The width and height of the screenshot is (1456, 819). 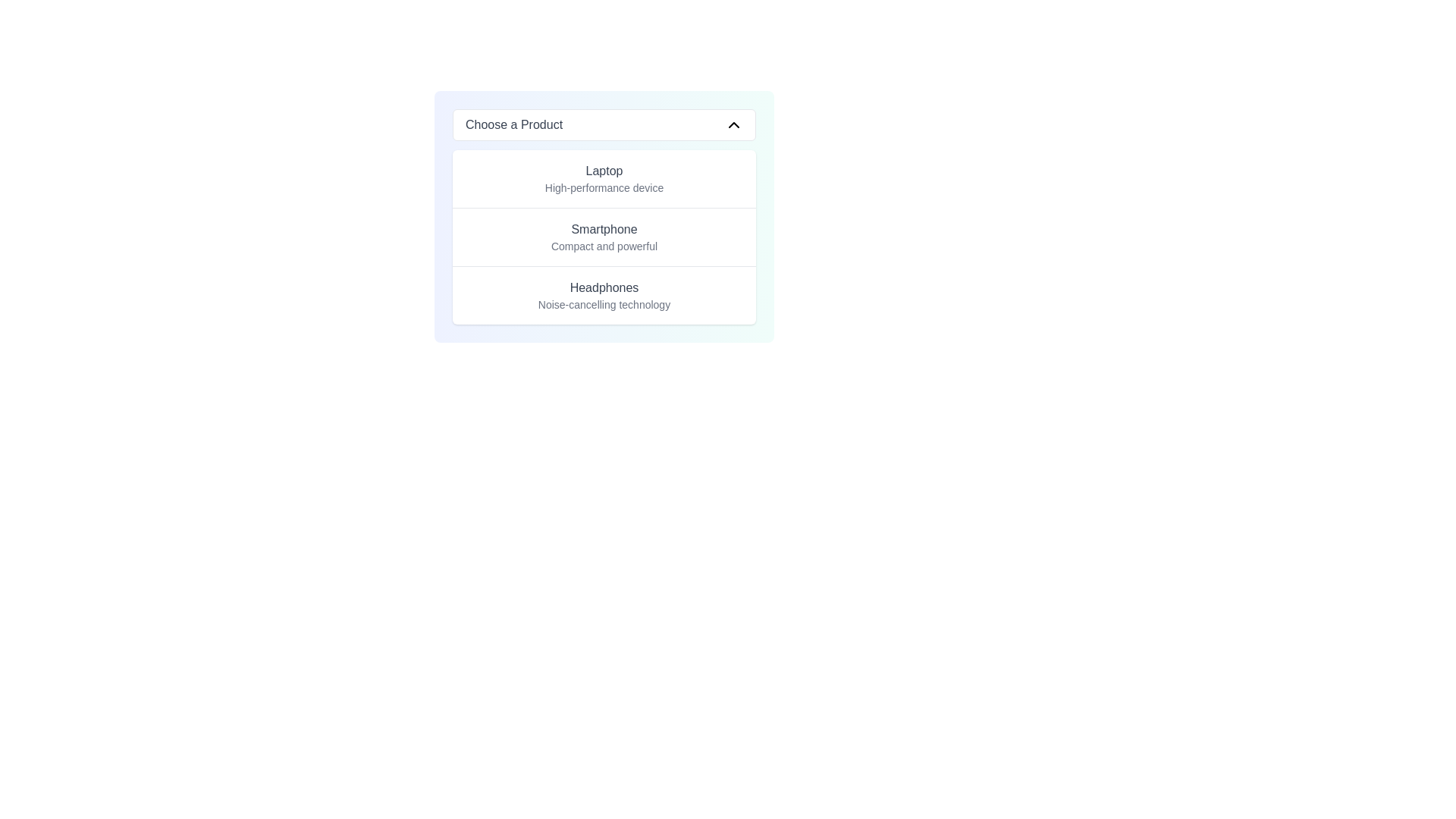 I want to click on the label with the text 'Compact and powerful,' which is positioned below the 'Smartphone' label and is styled in gray color, so click(x=603, y=245).